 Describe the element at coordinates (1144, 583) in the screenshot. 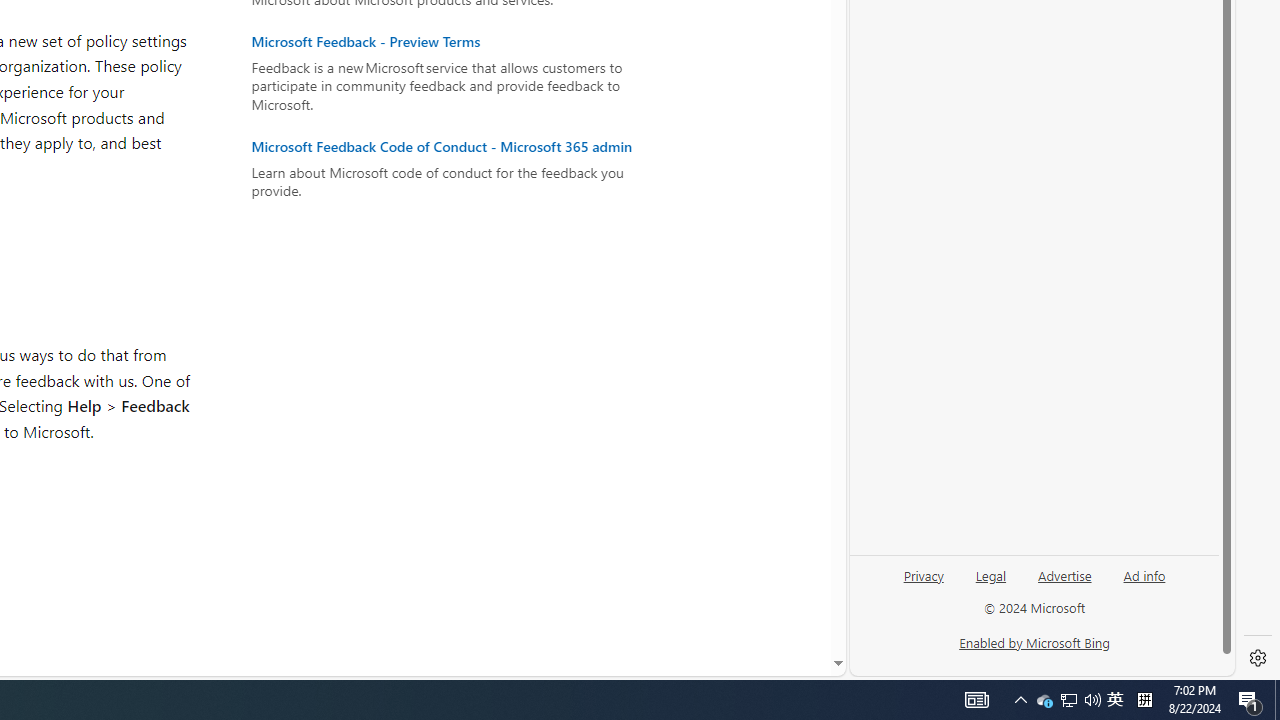

I see `'Ad info'` at that location.